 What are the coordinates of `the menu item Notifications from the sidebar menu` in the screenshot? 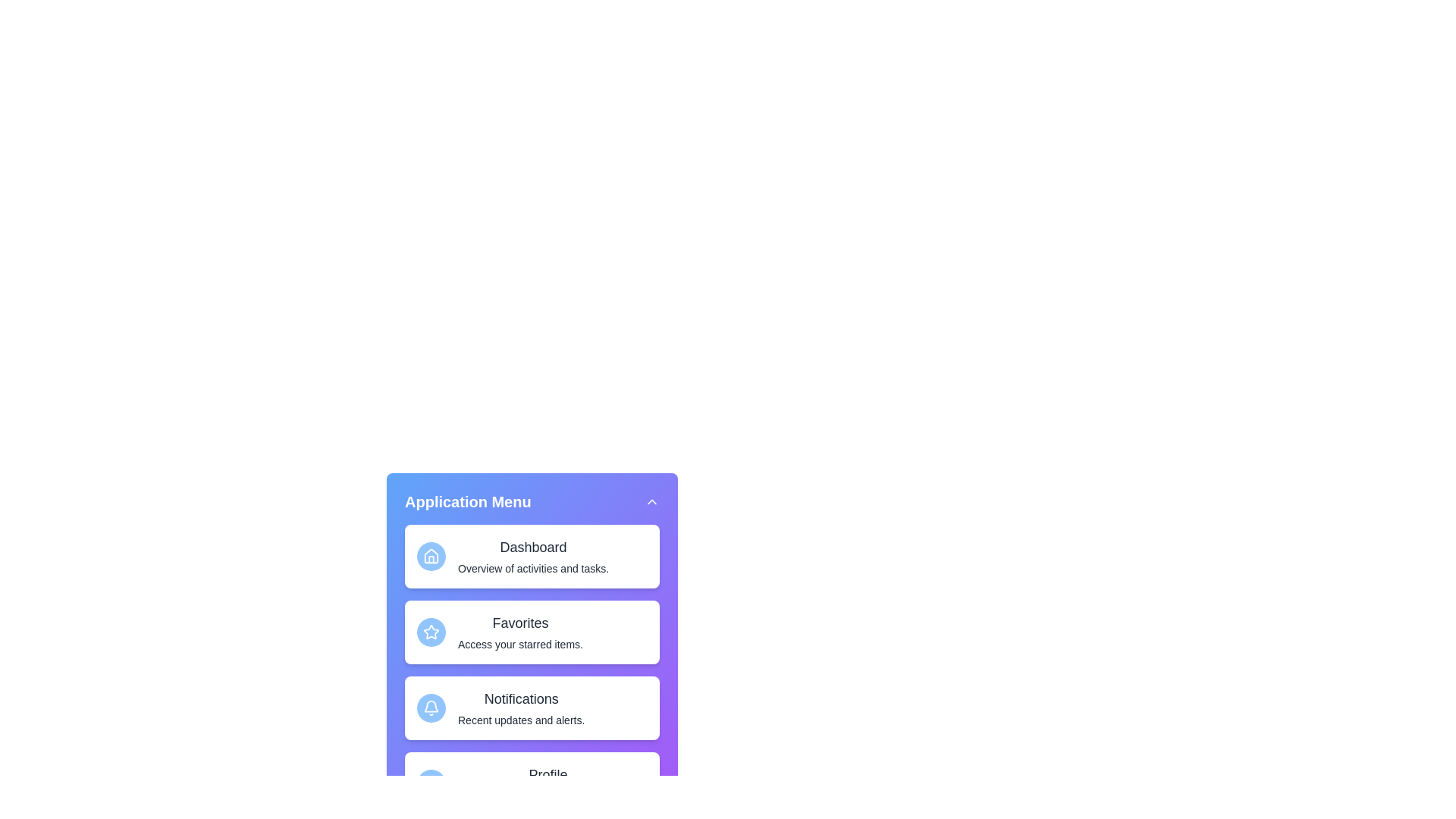 It's located at (532, 708).